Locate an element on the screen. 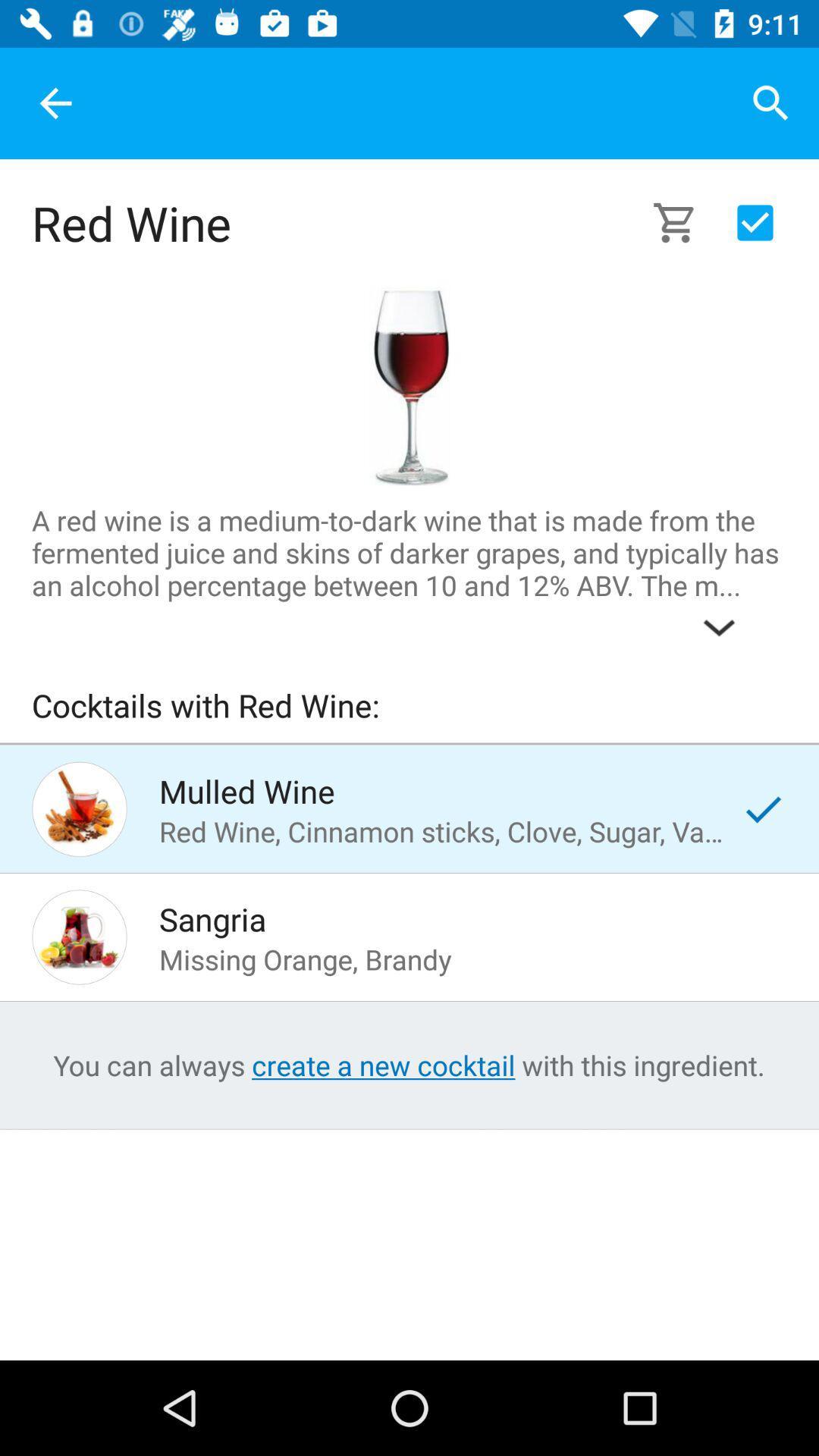  to cart is located at coordinates (755, 221).